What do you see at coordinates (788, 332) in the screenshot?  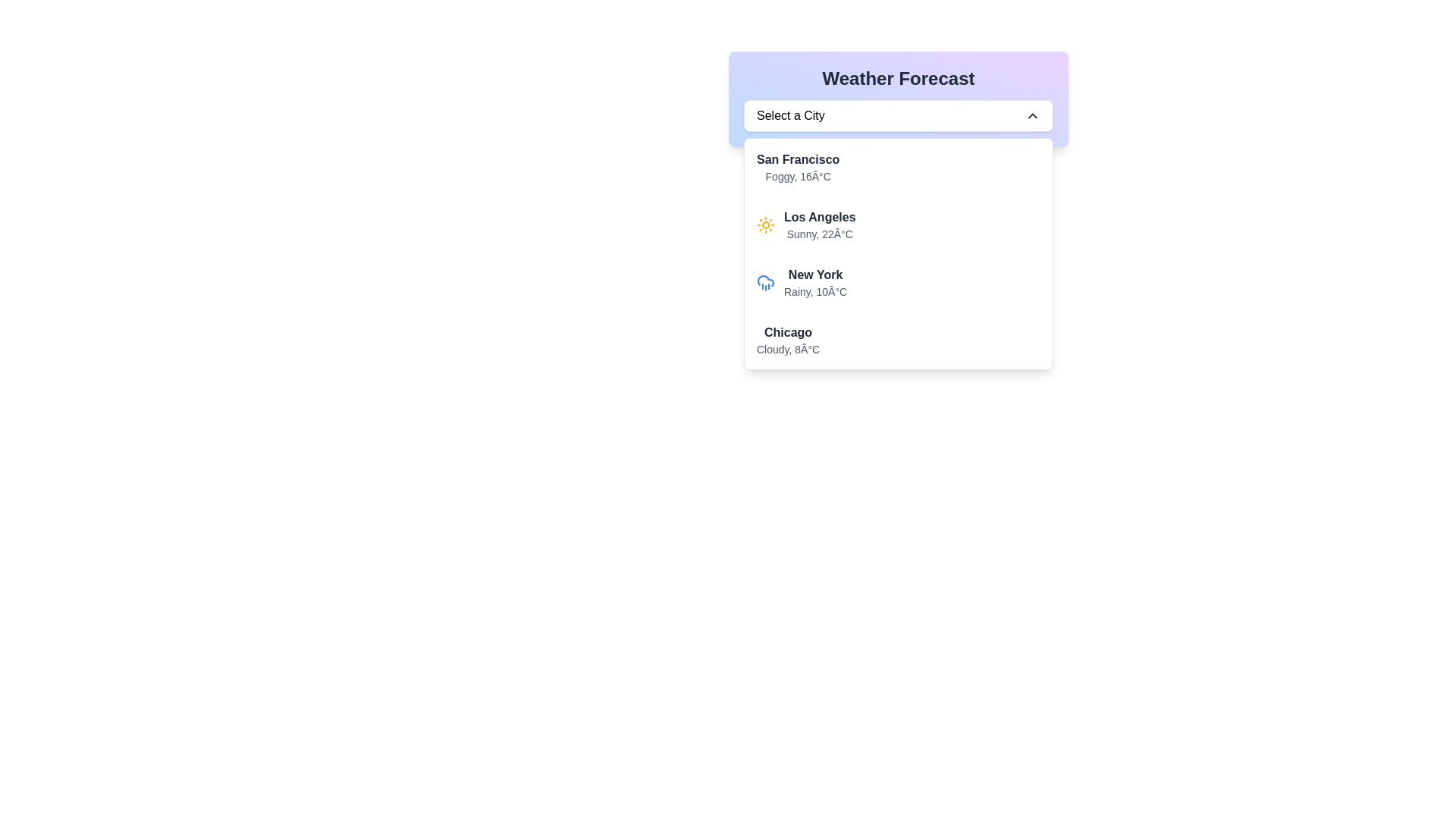 I see `the text label indicating the city name 'Chicago' which is located below the heading 'Weather Forecast' in the vertical list of cities` at bounding box center [788, 332].